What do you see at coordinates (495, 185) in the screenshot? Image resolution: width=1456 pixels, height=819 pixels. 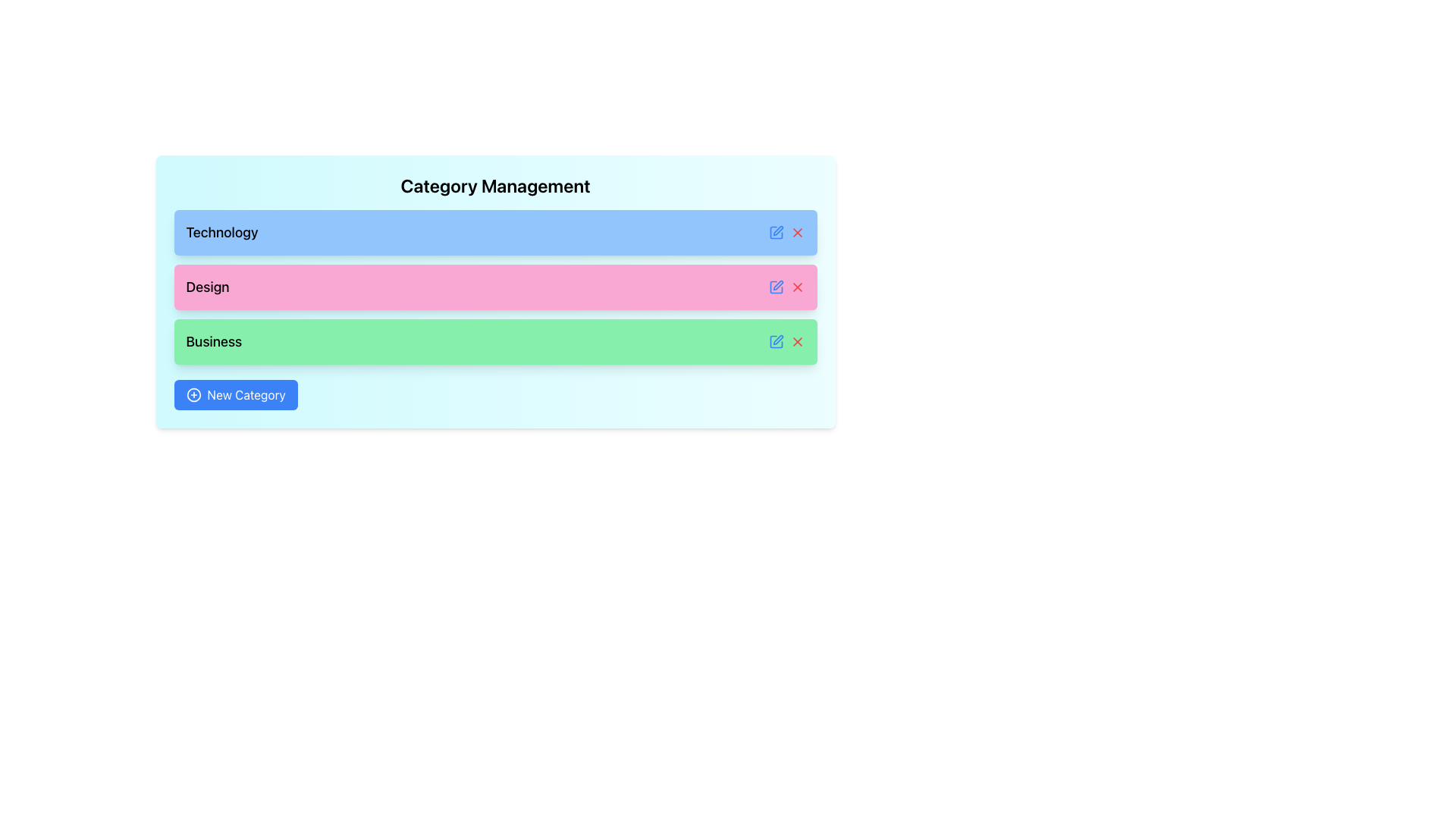 I see `the 'Category Management' text label, which is prominently styled with a large font size and bold formatting, located at the top of a card-like structure with a gradient background` at bounding box center [495, 185].